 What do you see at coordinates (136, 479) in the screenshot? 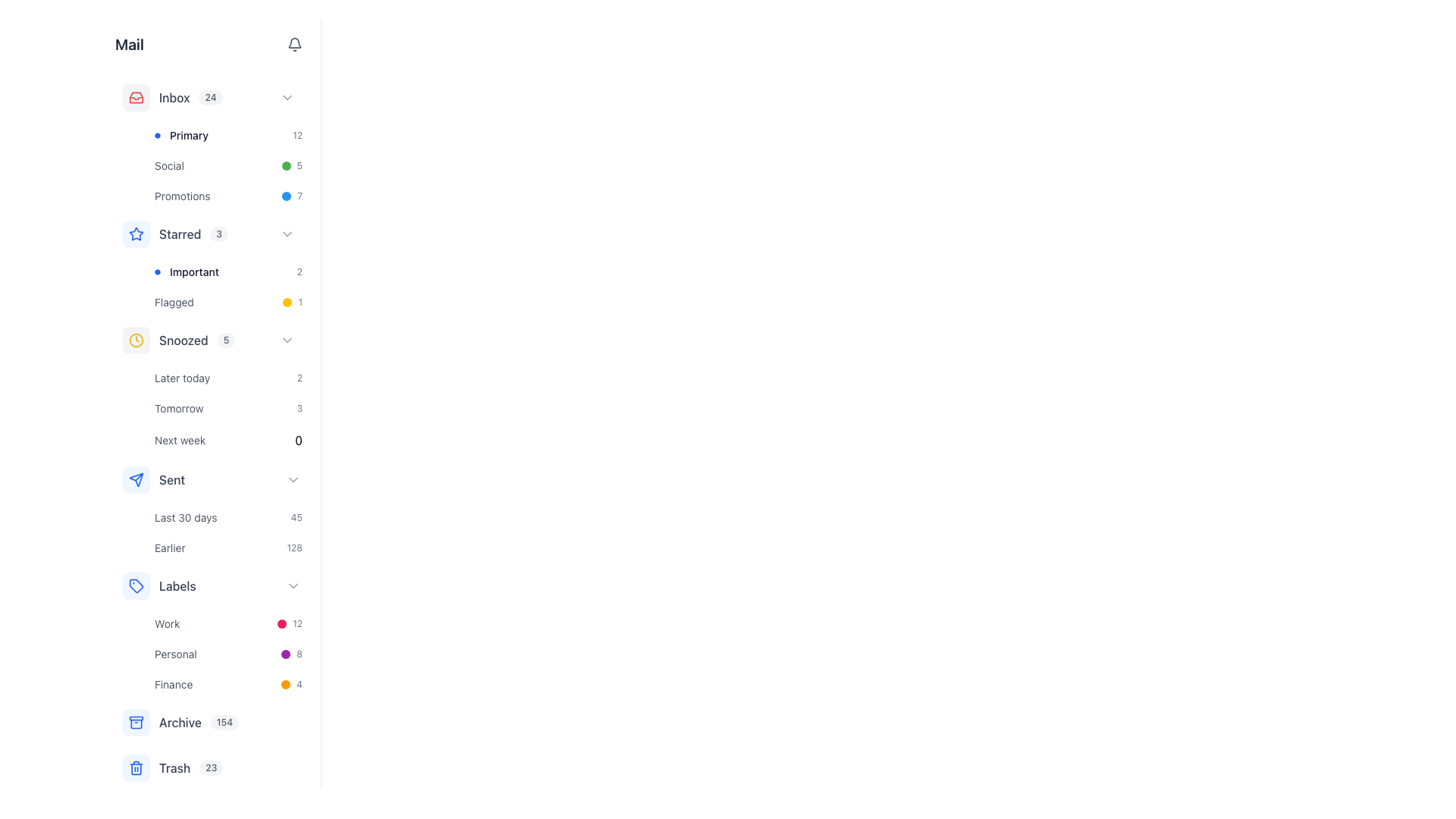
I see `the 'Sent' menu icon located in the left-hand navigation panel to visually indicate the category` at bounding box center [136, 479].